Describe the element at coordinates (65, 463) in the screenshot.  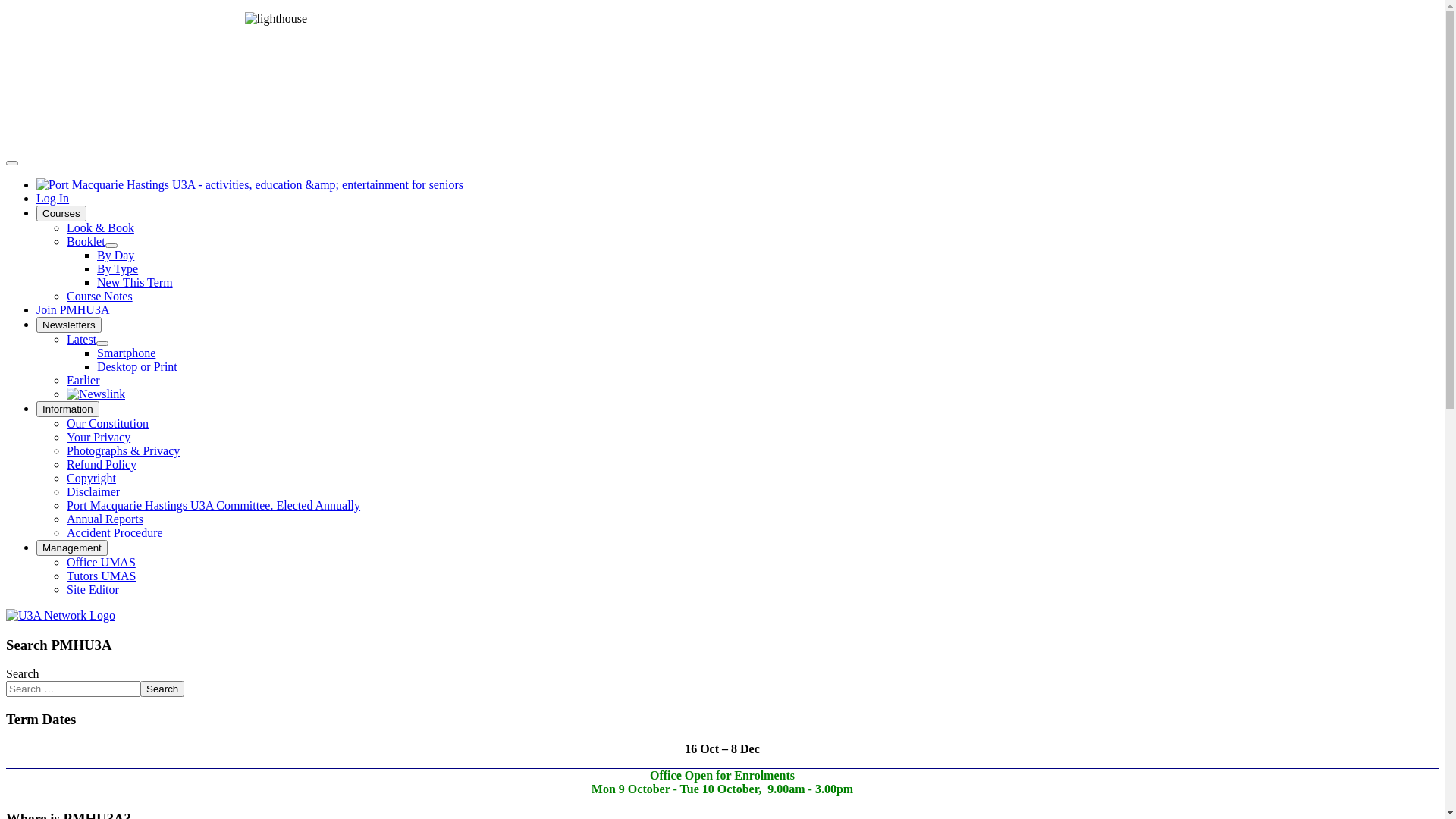
I see `'Refund Policy'` at that location.